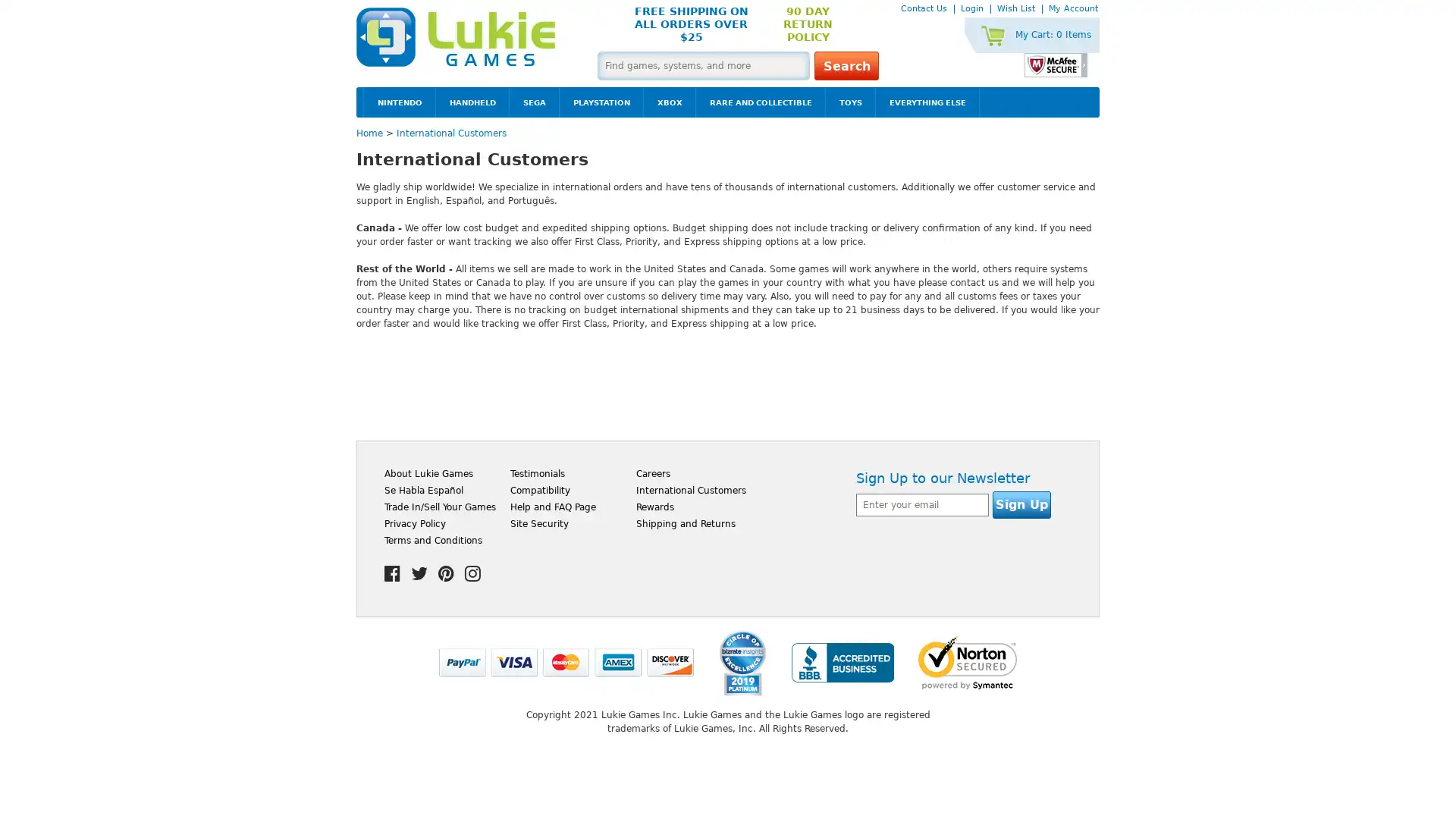 The width and height of the screenshot is (1456, 819). I want to click on Sign Up, so click(1021, 505).